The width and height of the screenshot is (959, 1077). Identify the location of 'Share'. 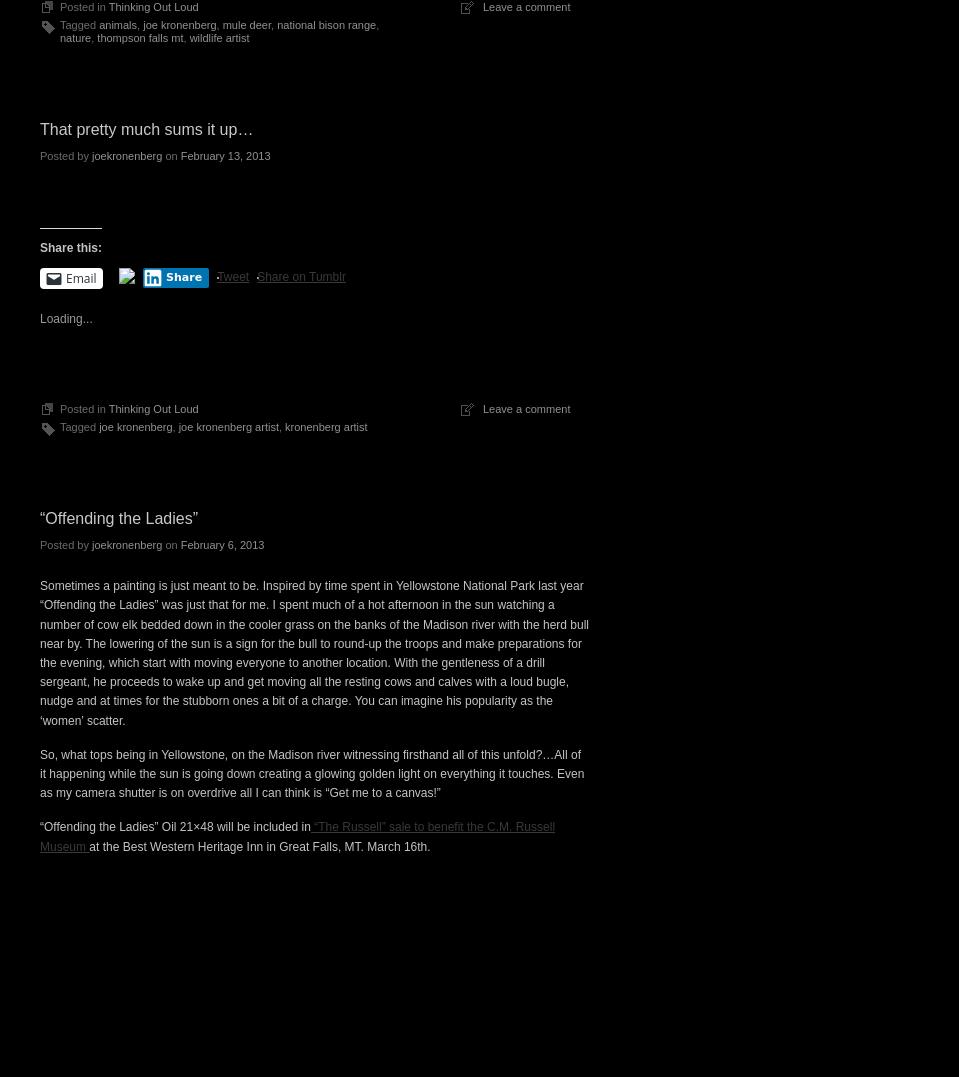
(183, 275).